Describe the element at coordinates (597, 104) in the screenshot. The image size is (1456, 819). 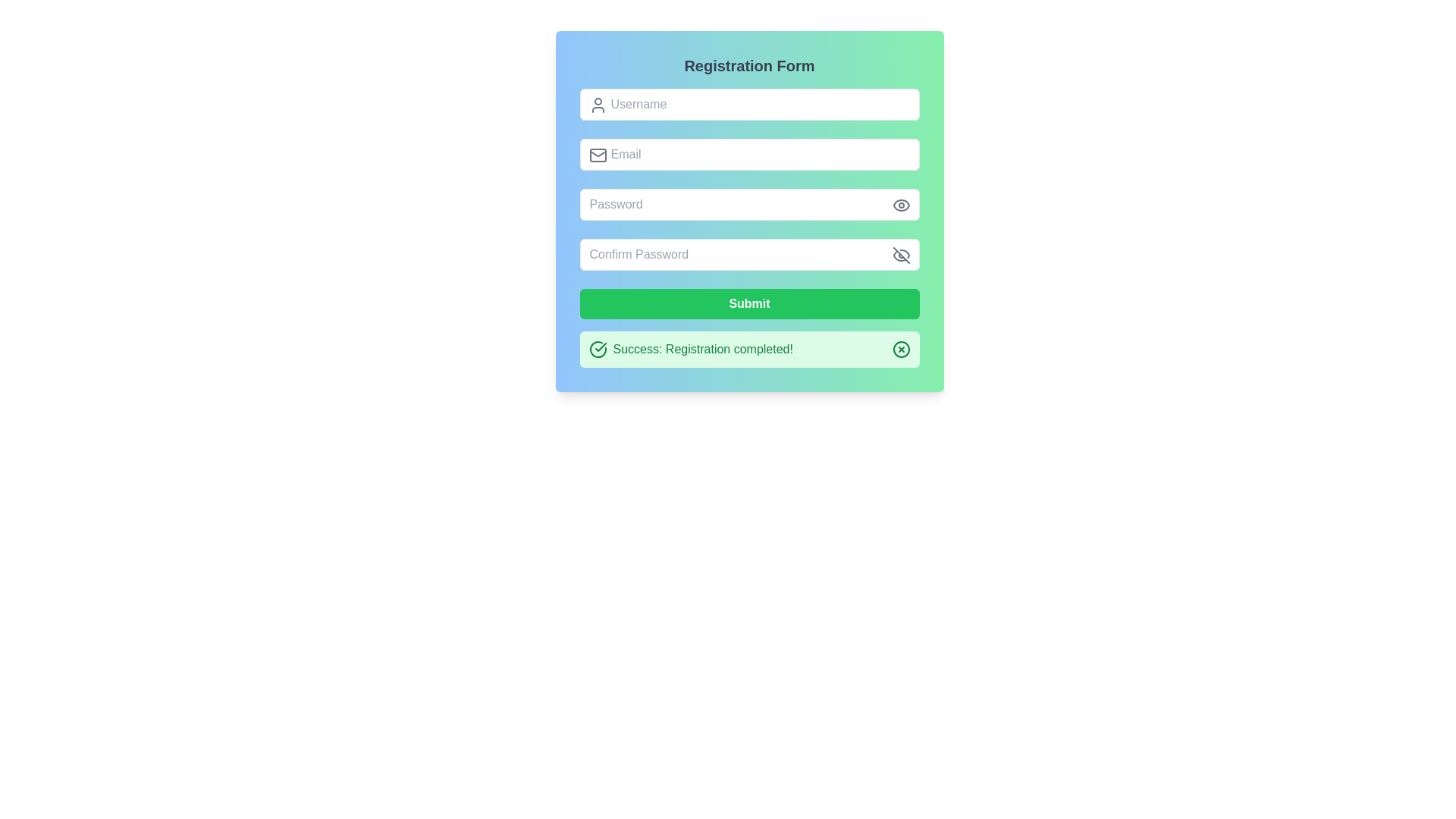
I see `the SVG icon that visually indicates the purpose of the username input field, located on the left-hand side of the first input field` at that location.